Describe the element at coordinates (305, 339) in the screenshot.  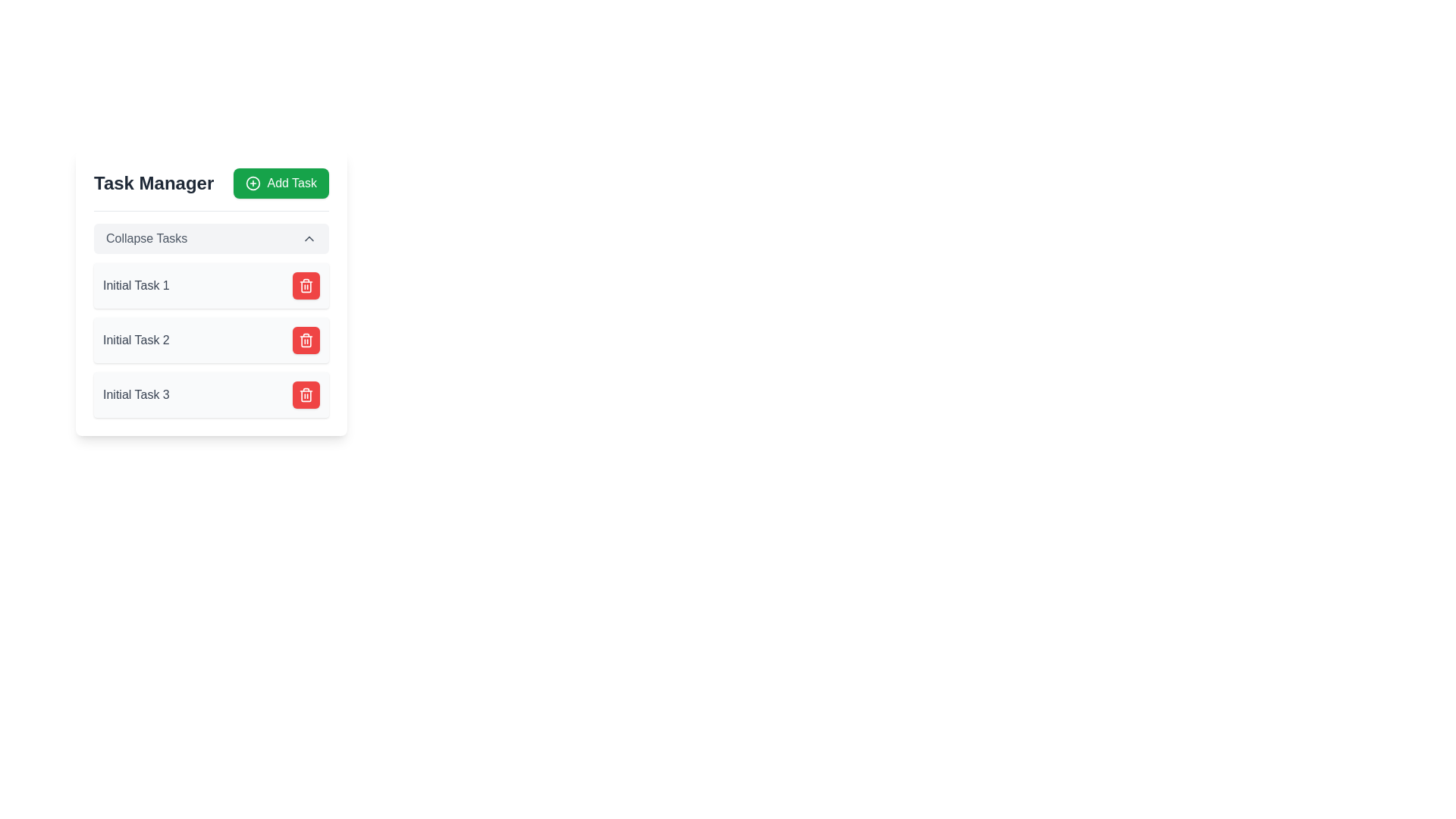
I see `the second delete button located beside the task labeled 'Initial Task 2'` at that location.